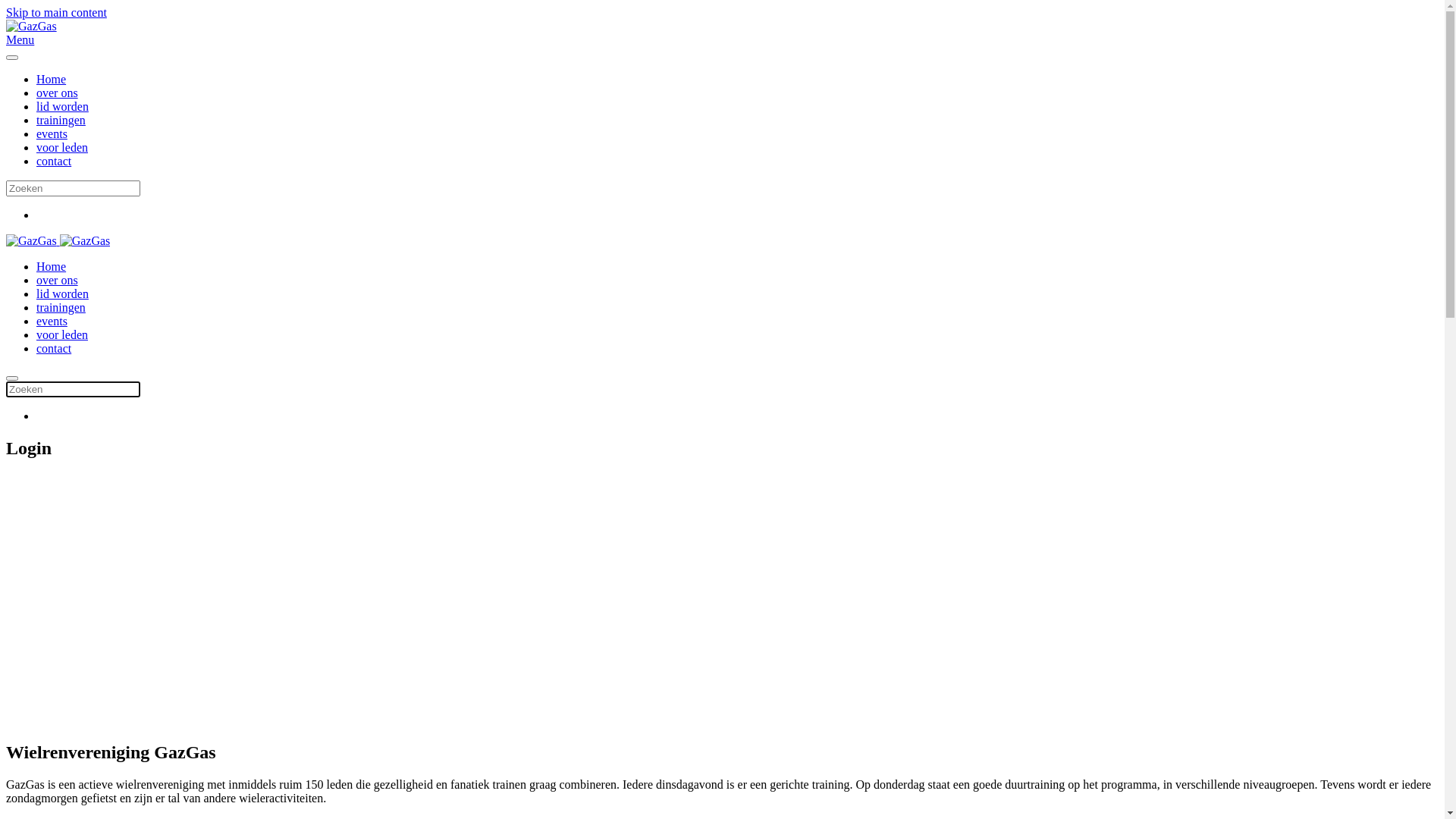  Describe the element at coordinates (721, 39) in the screenshot. I see `'Menu'` at that location.